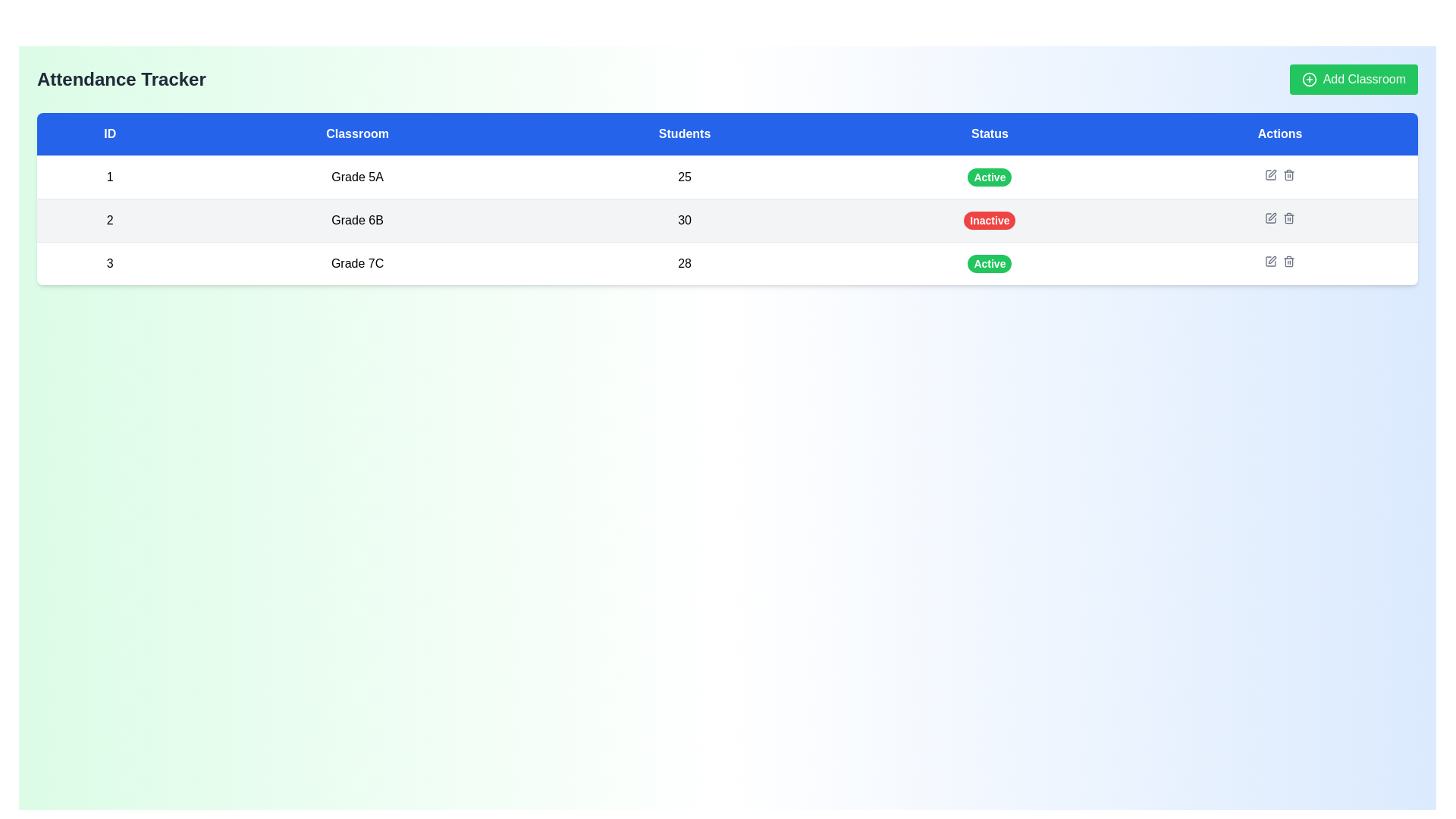 The width and height of the screenshot is (1456, 819). Describe the element at coordinates (1288, 262) in the screenshot. I see `navigation on the Trash Bin icon located in the last column of the third row ('Grade 7C') in the table` at that location.